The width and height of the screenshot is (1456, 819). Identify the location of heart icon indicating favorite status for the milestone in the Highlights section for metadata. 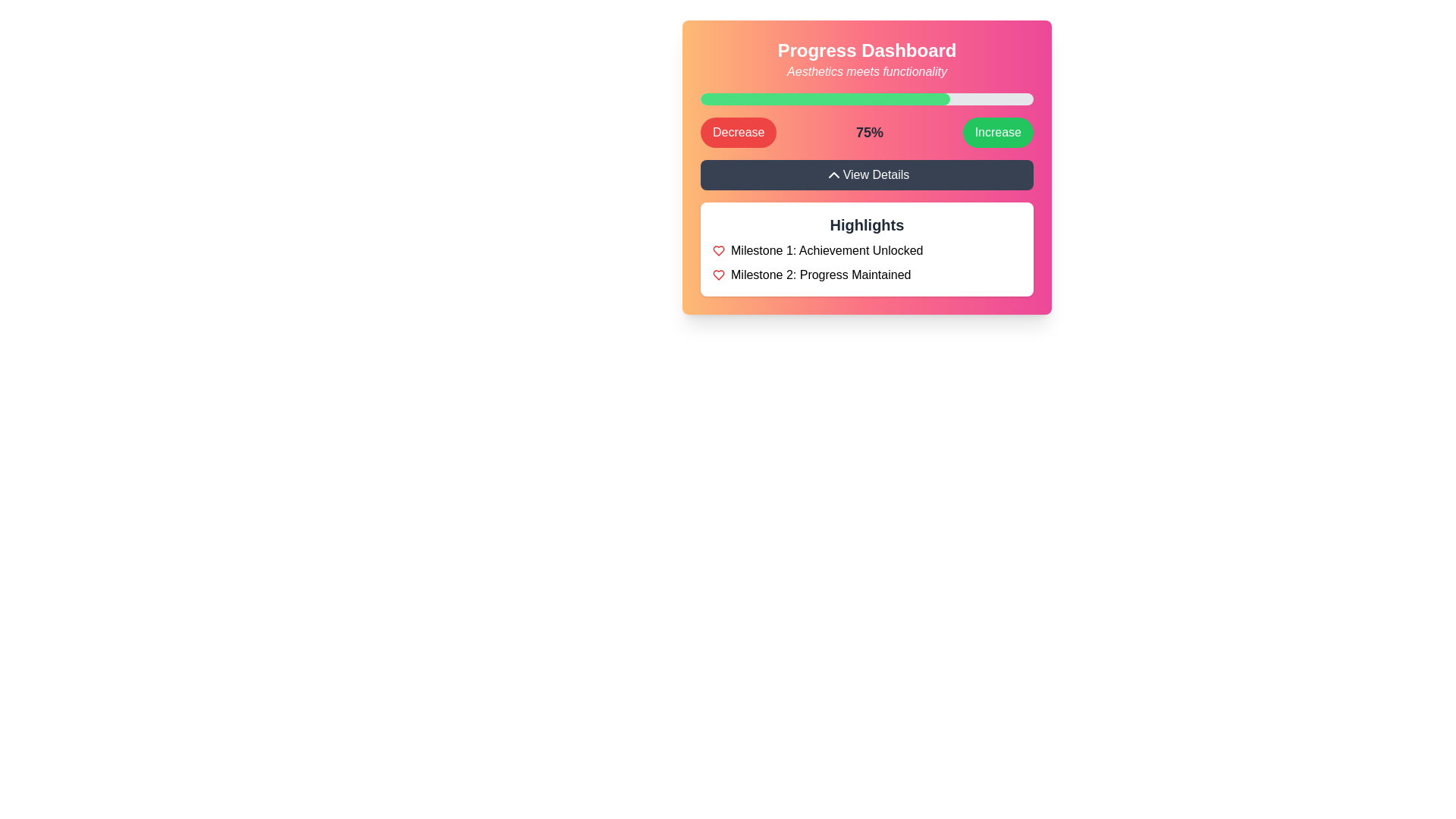
(718, 250).